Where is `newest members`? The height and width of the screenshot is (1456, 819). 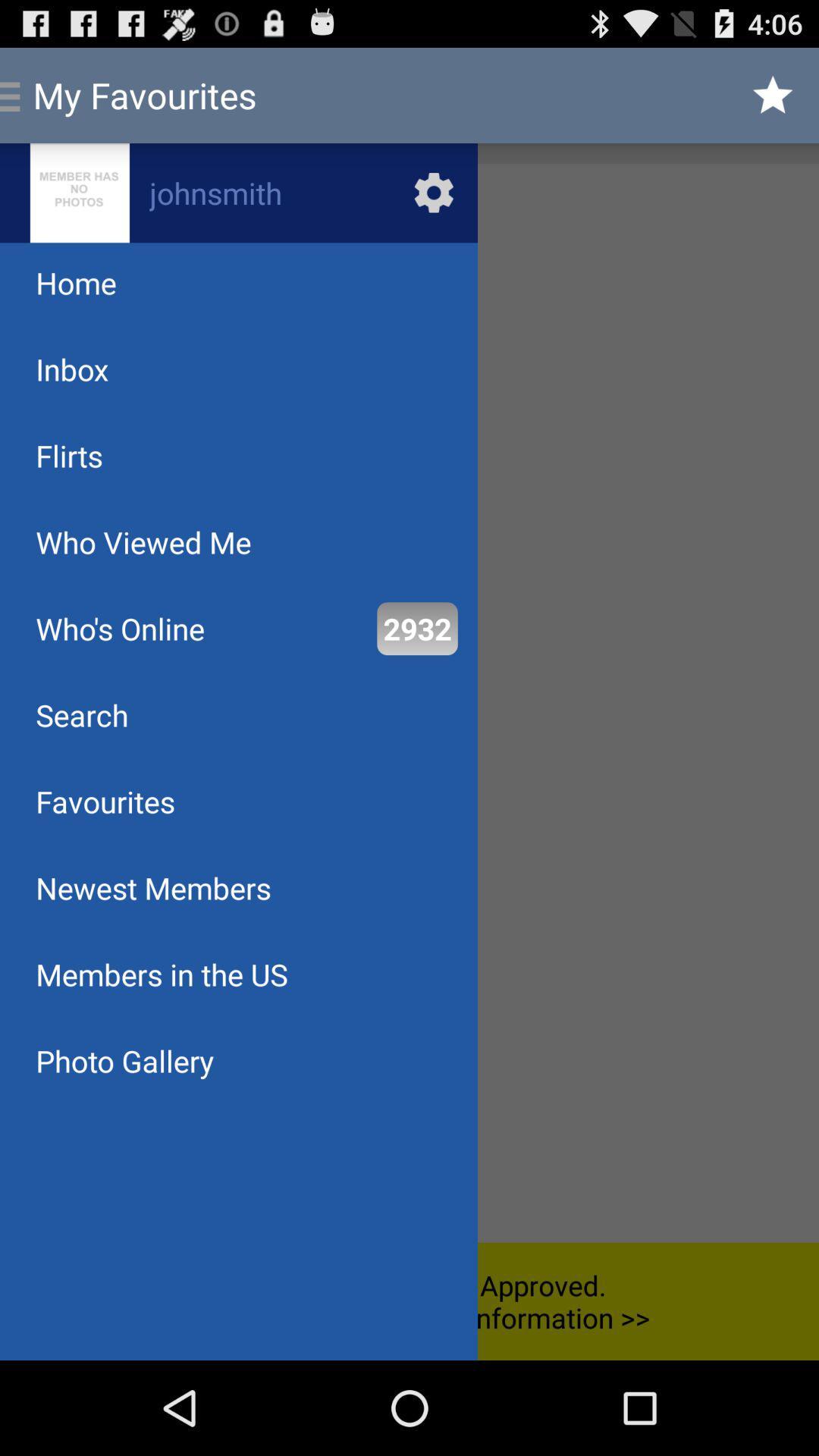 newest members is located at coordinates (153, 888).